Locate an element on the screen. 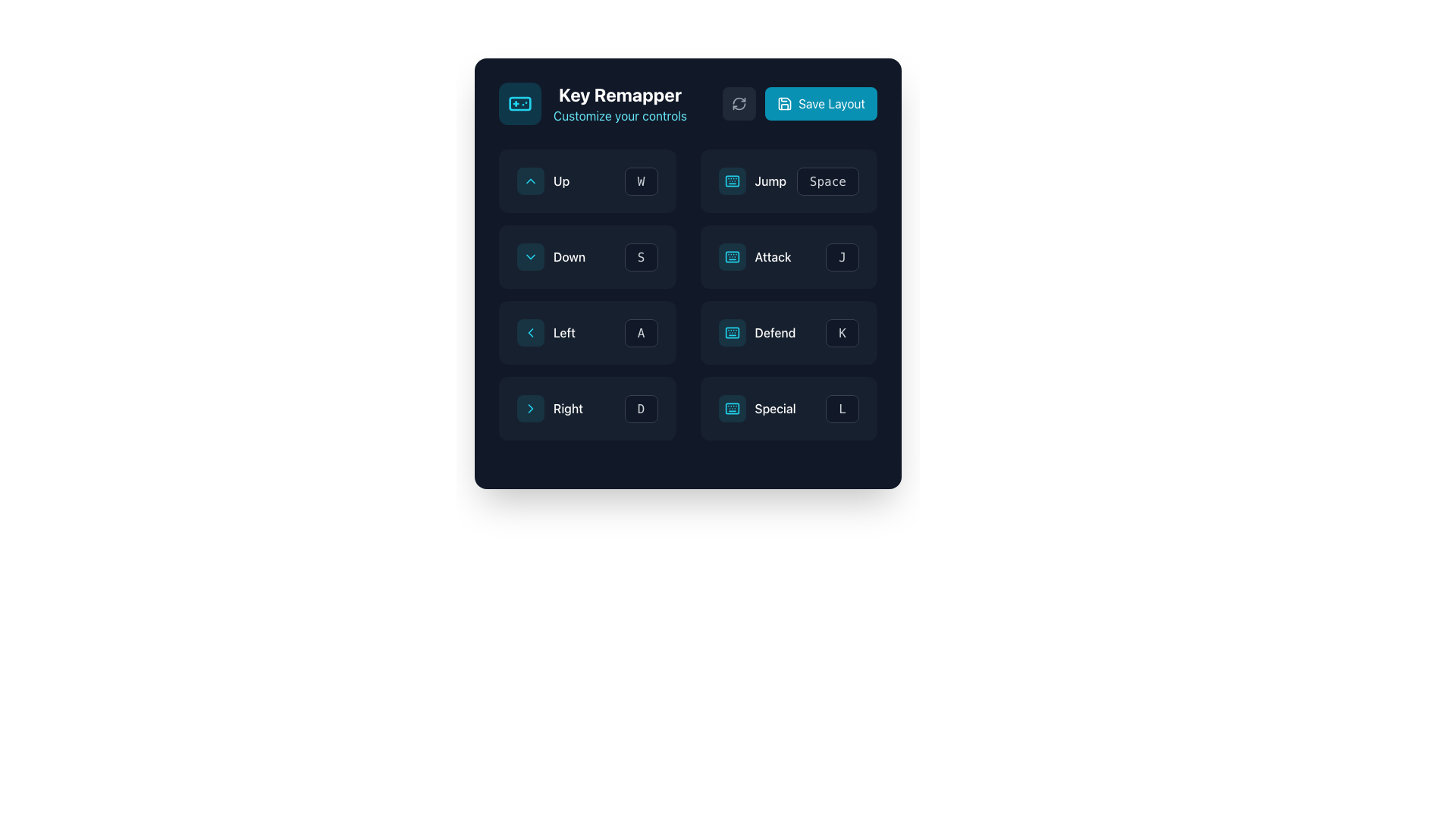 The height and width of the screenshot is (819, 1456). the button labeled 'K' in the 'Defend' row to modify the key assignment is located at coordinates (842, 332).